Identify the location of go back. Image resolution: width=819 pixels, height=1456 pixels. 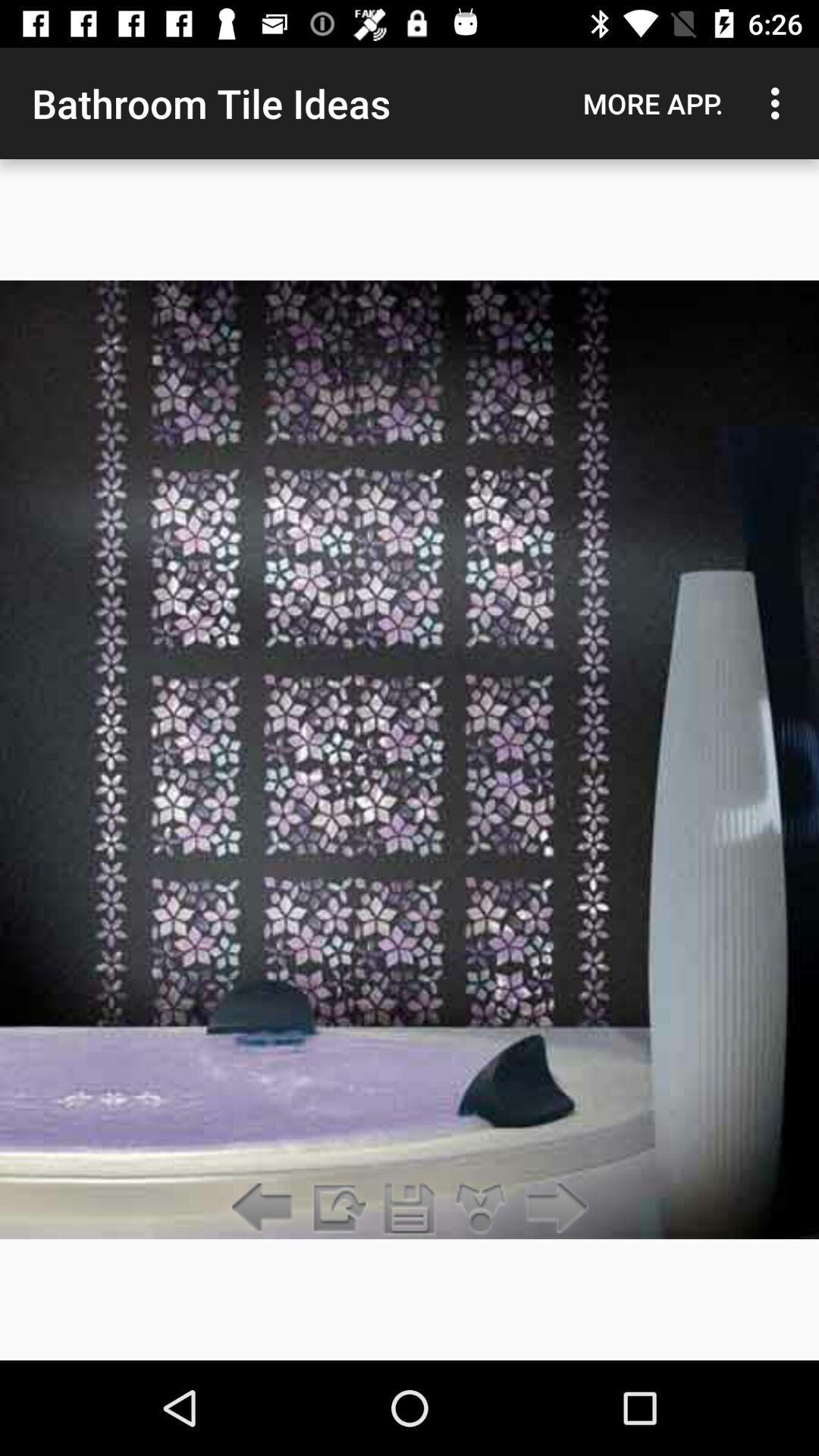
(265, 1208).